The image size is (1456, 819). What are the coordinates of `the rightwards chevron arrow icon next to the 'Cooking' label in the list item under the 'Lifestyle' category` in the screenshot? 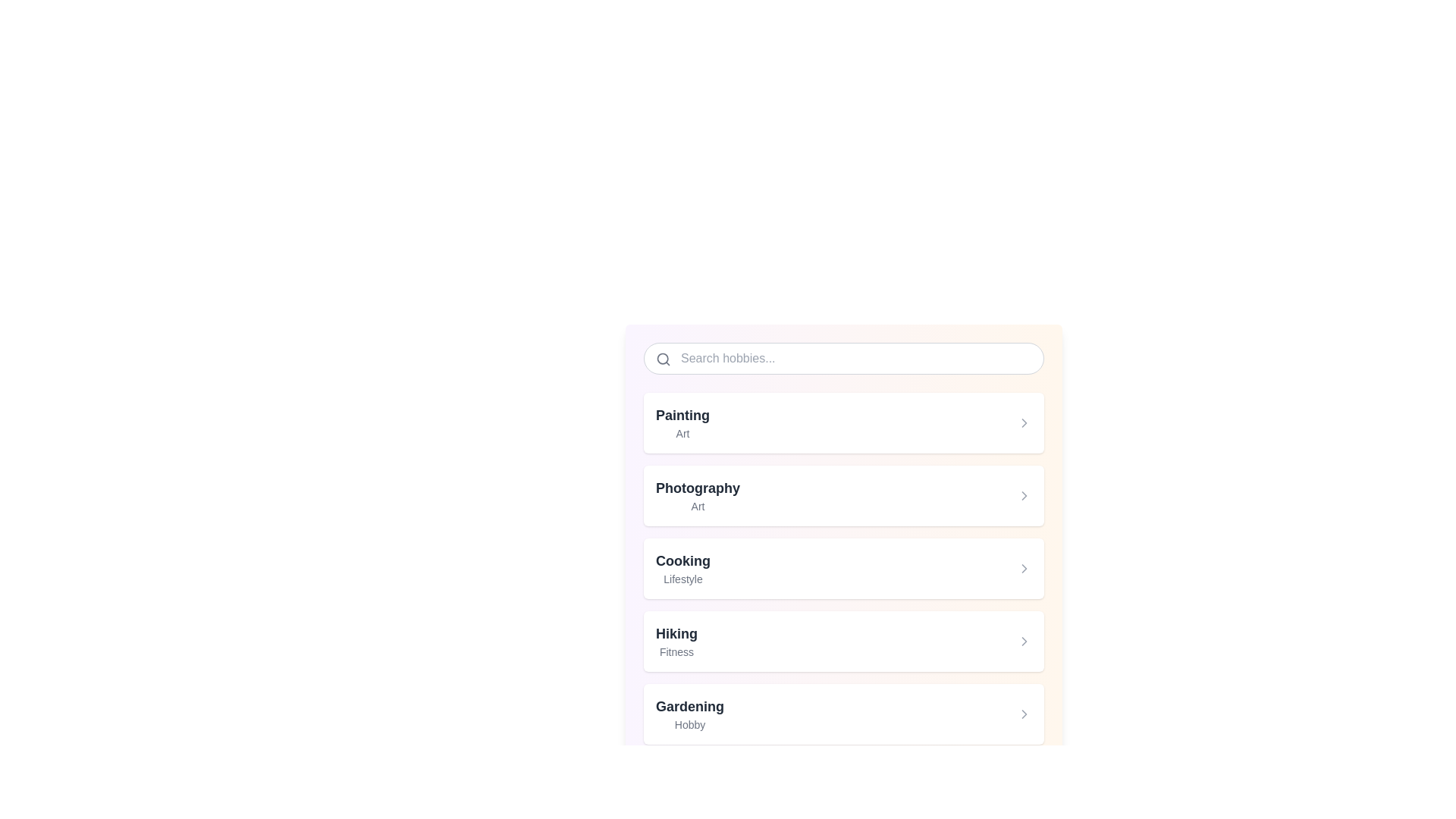 It's located at (1024, 568).